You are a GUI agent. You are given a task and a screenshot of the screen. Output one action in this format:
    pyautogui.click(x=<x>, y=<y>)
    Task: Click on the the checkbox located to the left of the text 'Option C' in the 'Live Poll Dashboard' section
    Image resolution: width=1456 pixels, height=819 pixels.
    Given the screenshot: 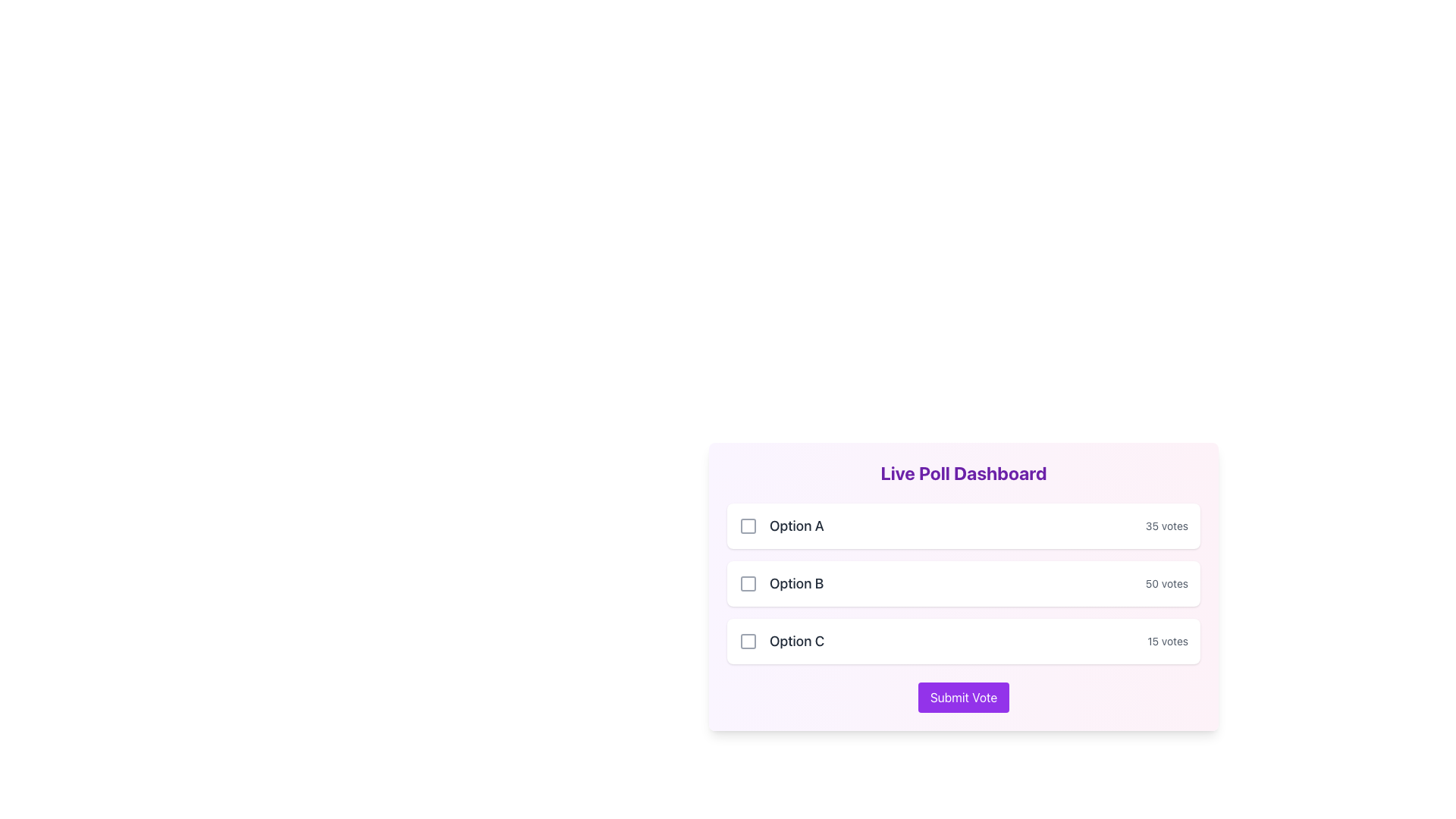 What is the action you would take?
    pyautogui.click(x=748, y=641)
    